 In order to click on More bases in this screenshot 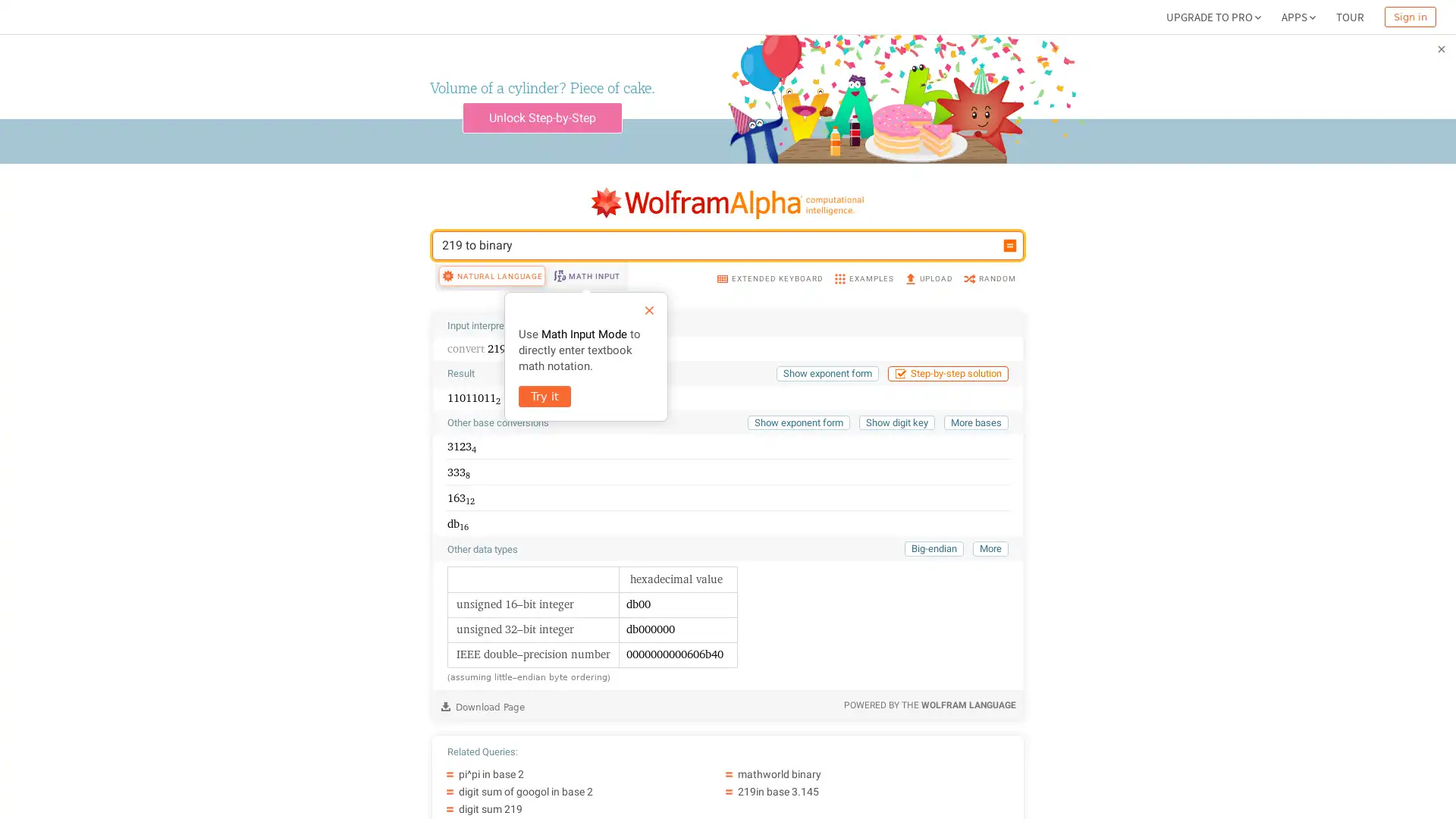, I will do `click(976, 451)`.